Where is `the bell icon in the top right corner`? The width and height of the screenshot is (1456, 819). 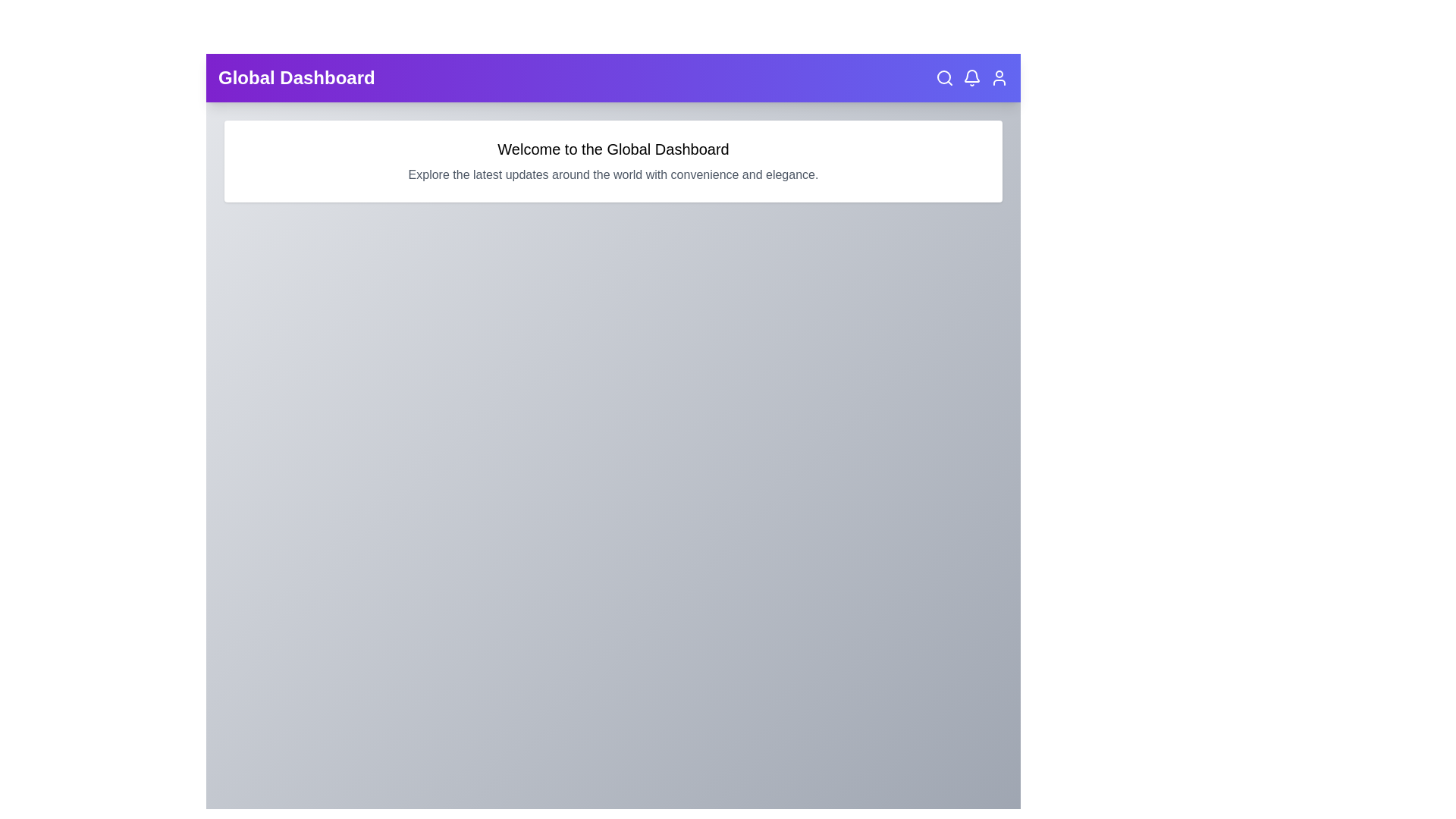 the bell icon in the top right corner is located at coordinates (971, 78).